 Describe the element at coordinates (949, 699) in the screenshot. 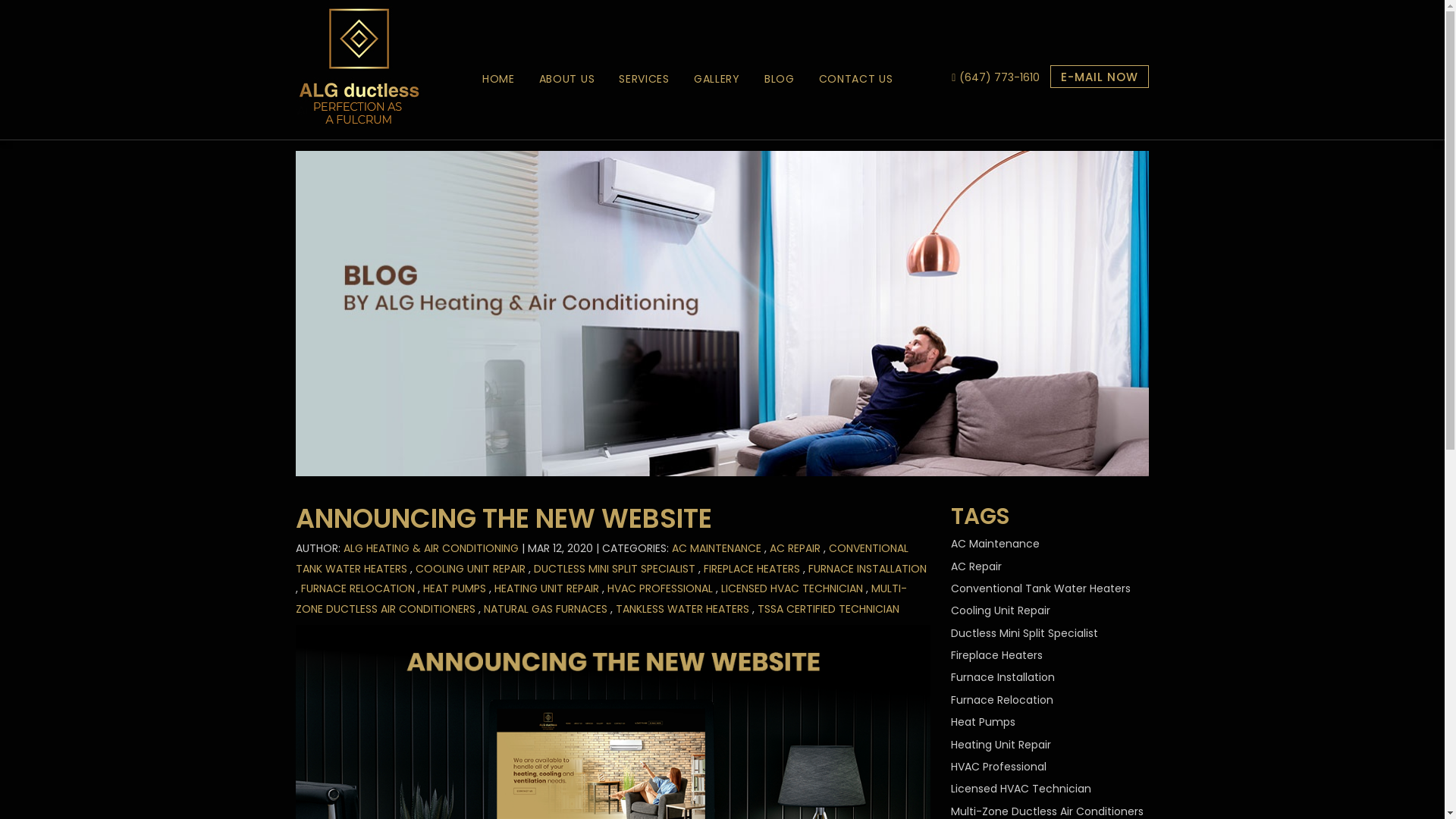

I see `'Furnace Relocation'` at that location.